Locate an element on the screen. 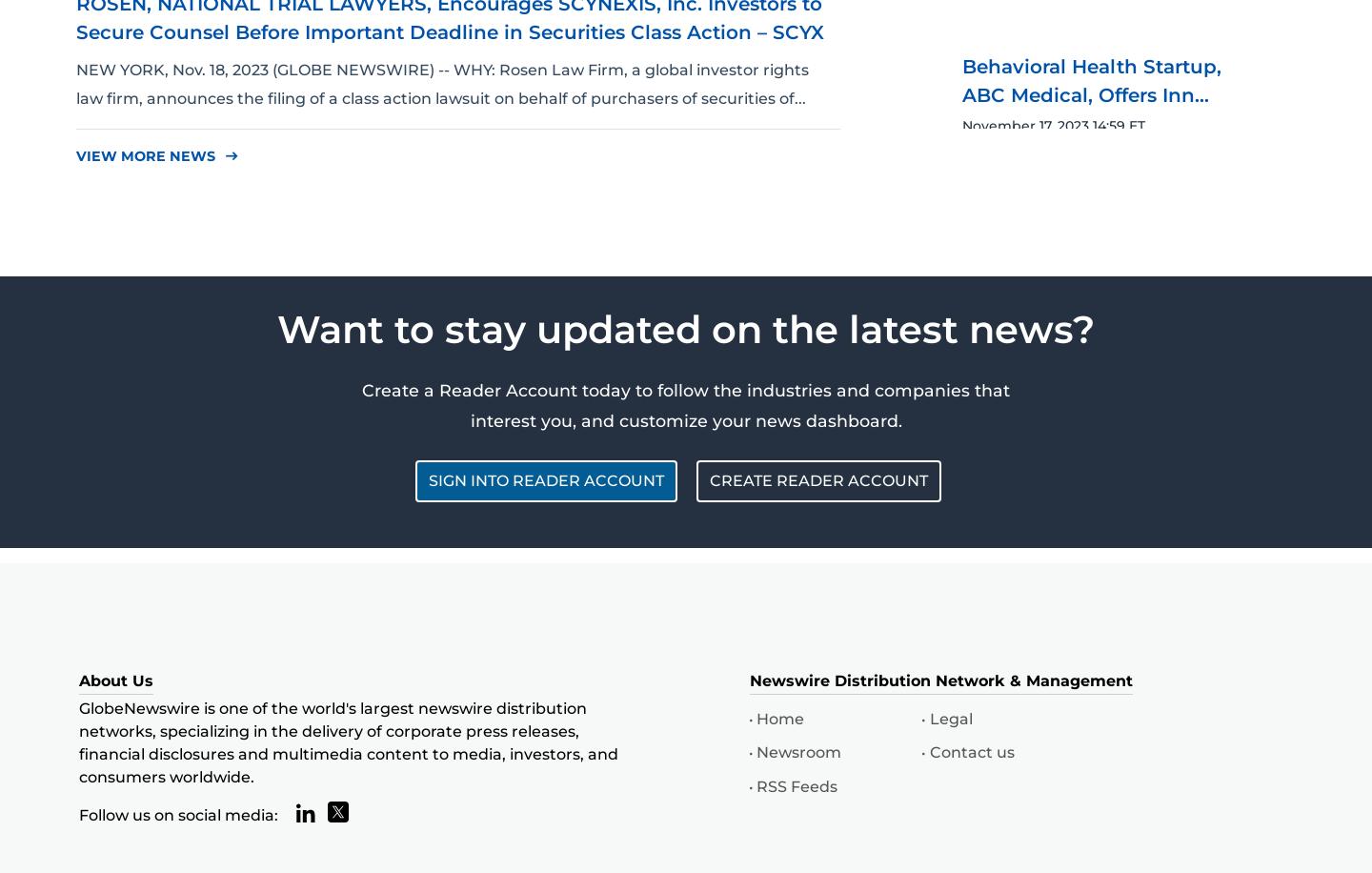 The height and width of the screenshot is (873, 1372). 'November 17, 2023 14:59 ET' is located at coordinates (1053, 124).